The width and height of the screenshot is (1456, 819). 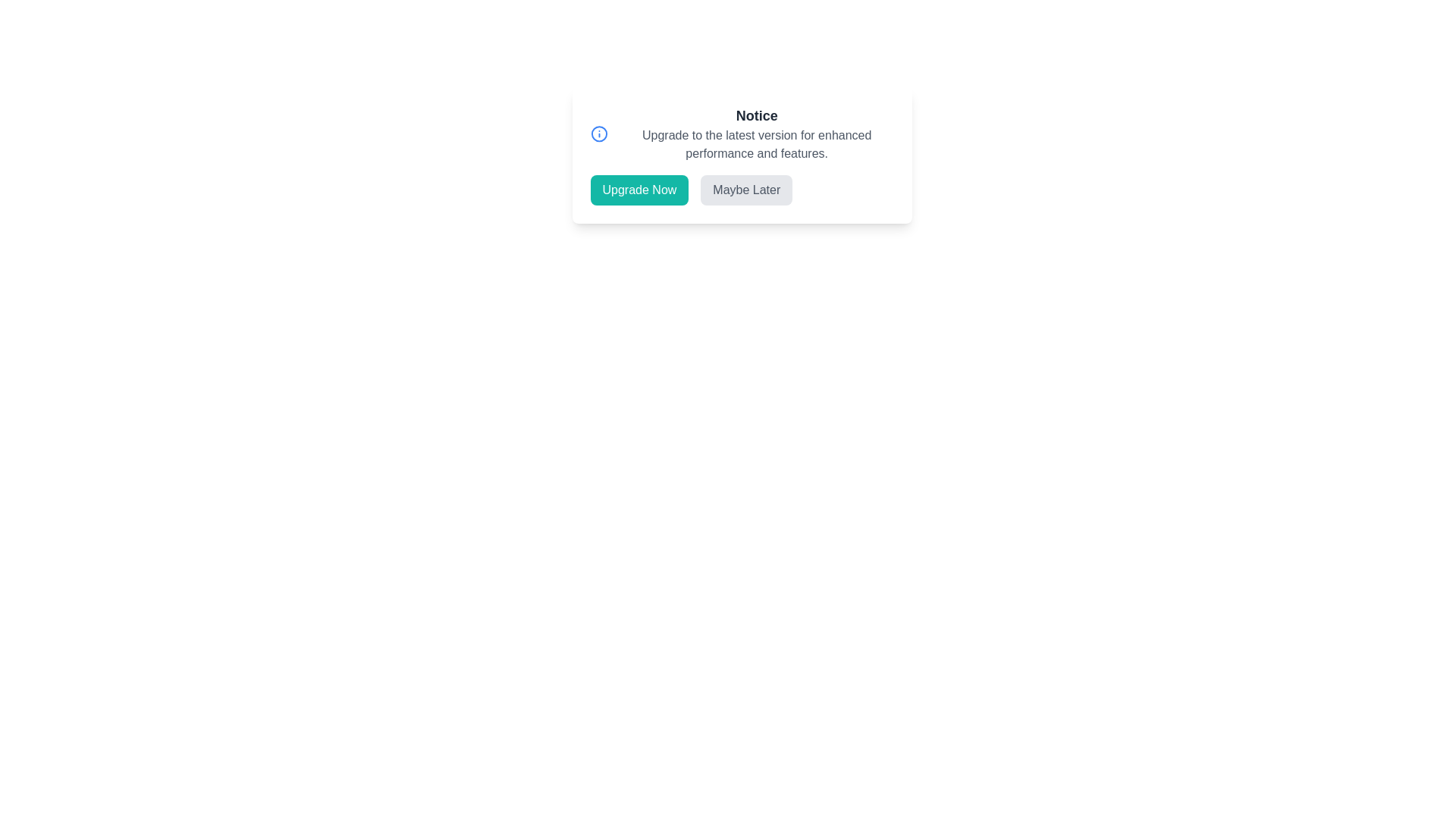 I want to click on the option selection button located directly to the right of the 'Upgrade Now' button, so click(x=746, y=189).